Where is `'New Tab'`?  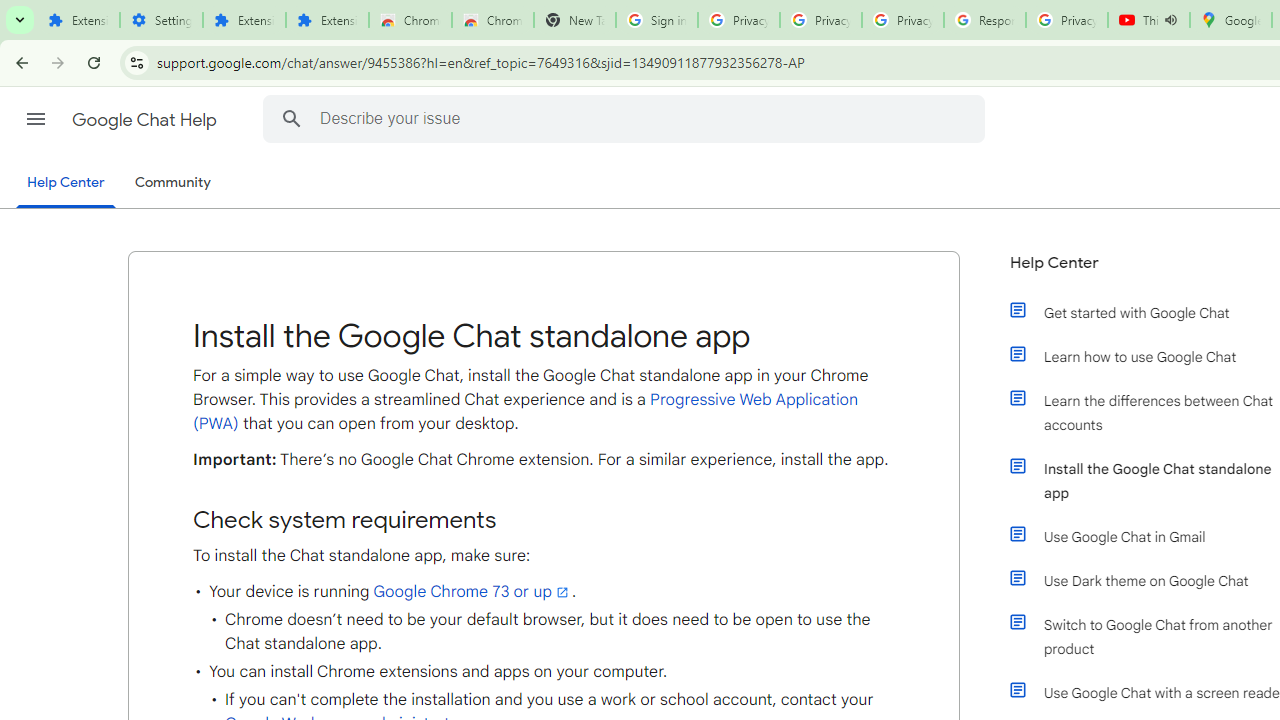
'New Tab' is located at coordinates (573, 20).